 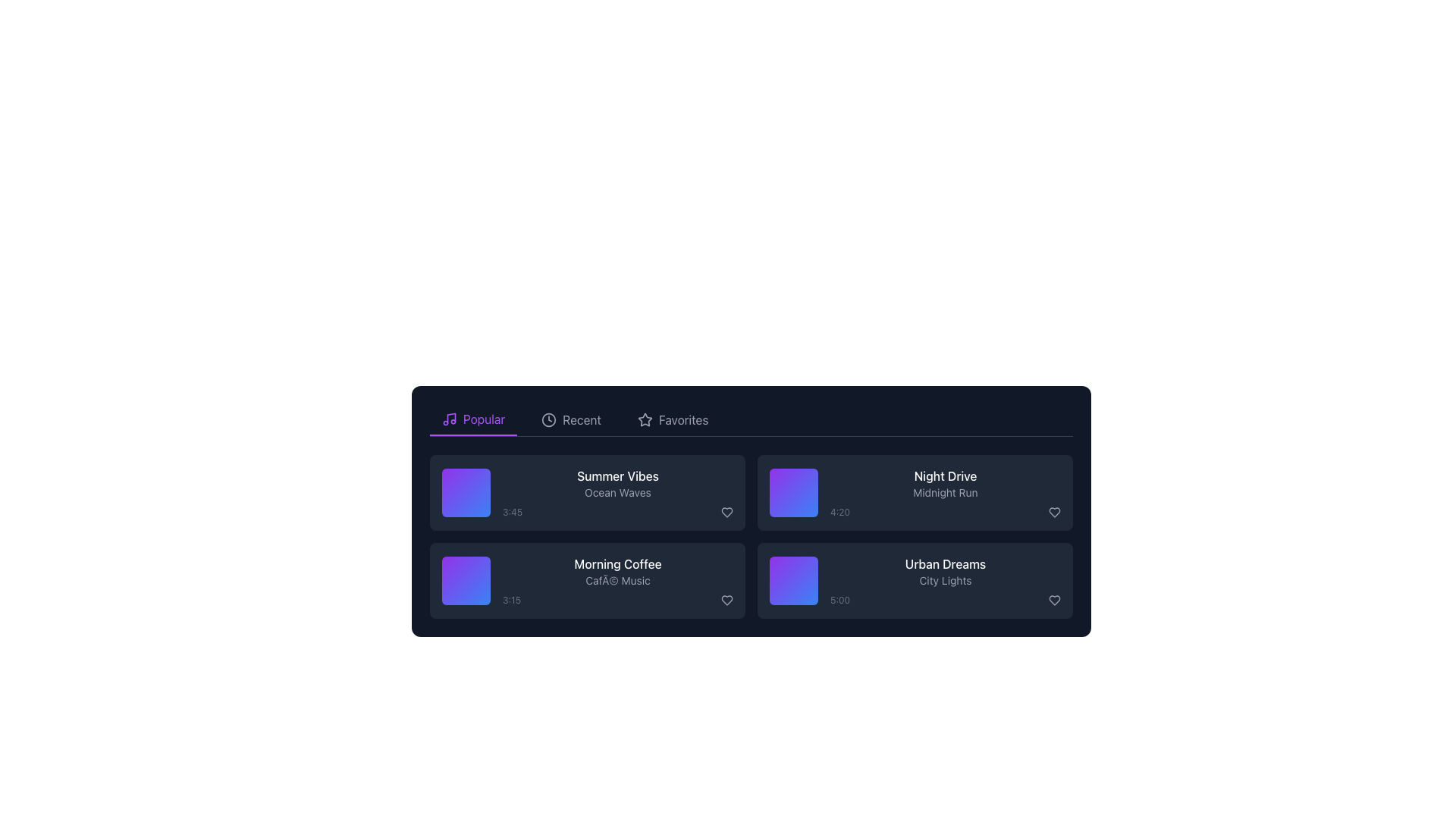 What do you see at coordinates (1054, 599) in the screenshot?
I see `the heart-shaped 'like' button located in the last card at the bottom right corner of the second row, which is aligned with the duration label '5:00' and the text 'Urban Dreams'` at bounding box center [1054, 599].